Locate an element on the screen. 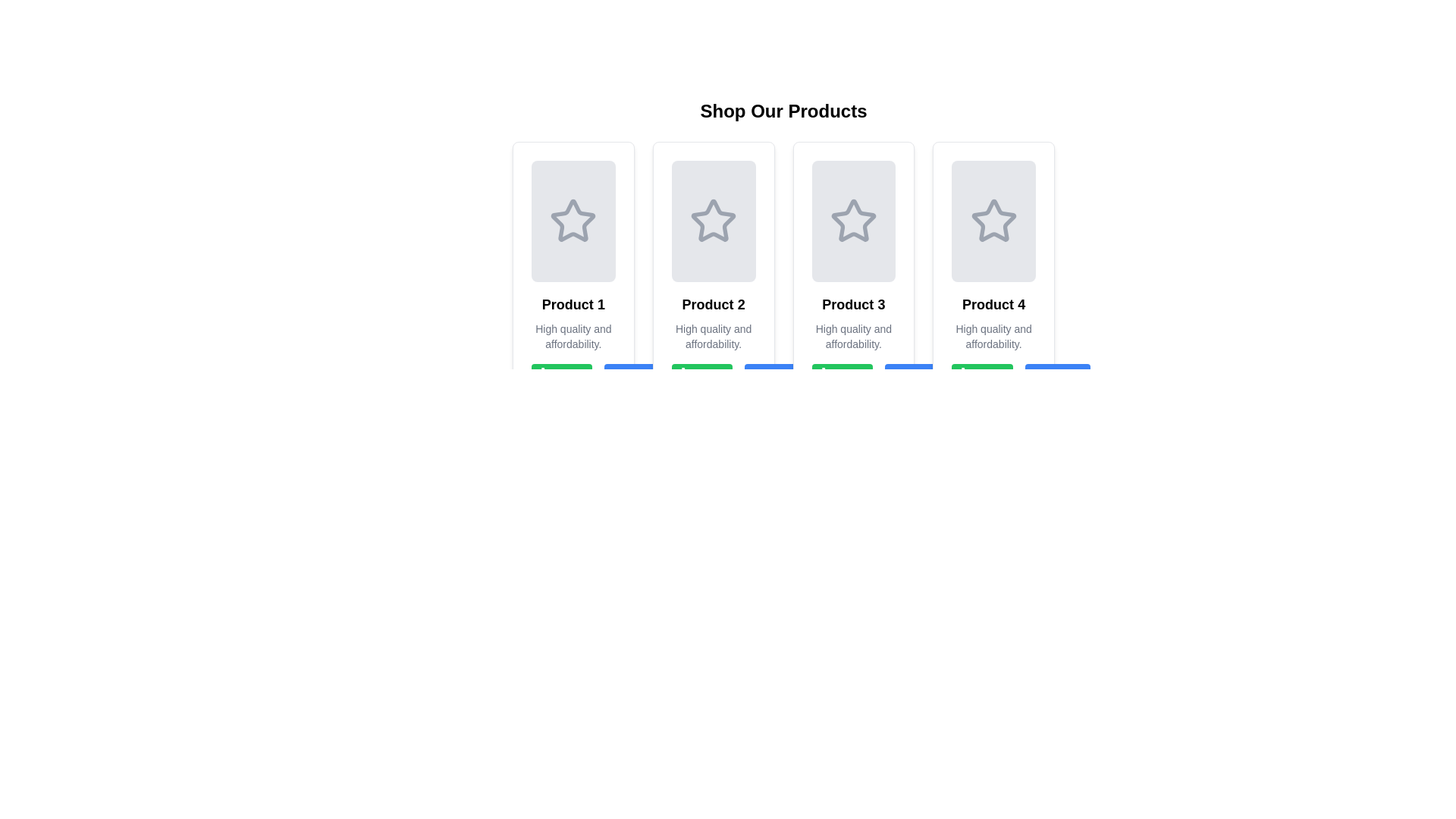 This screenshot has height=819, width=1456. properties of the 'add to cart' icon located on the left side of the 'Add' button under the 'Product 3' panel is located at coordinates (829, 375).